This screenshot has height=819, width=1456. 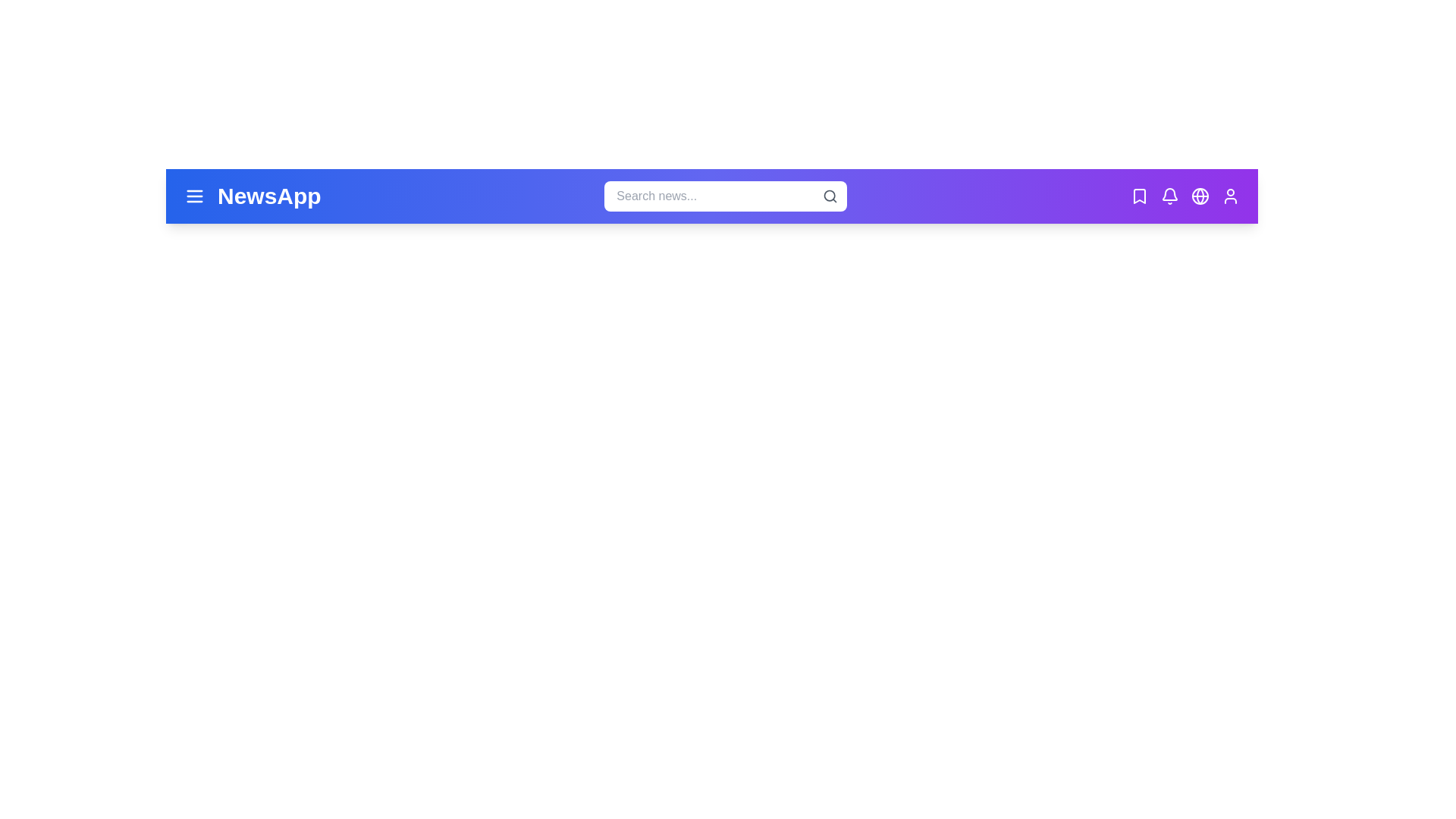 What do you see at coordinates (194, 195) in the screenshot?
I see `the menu icon to open the menu` at bounding box center [194, 195].